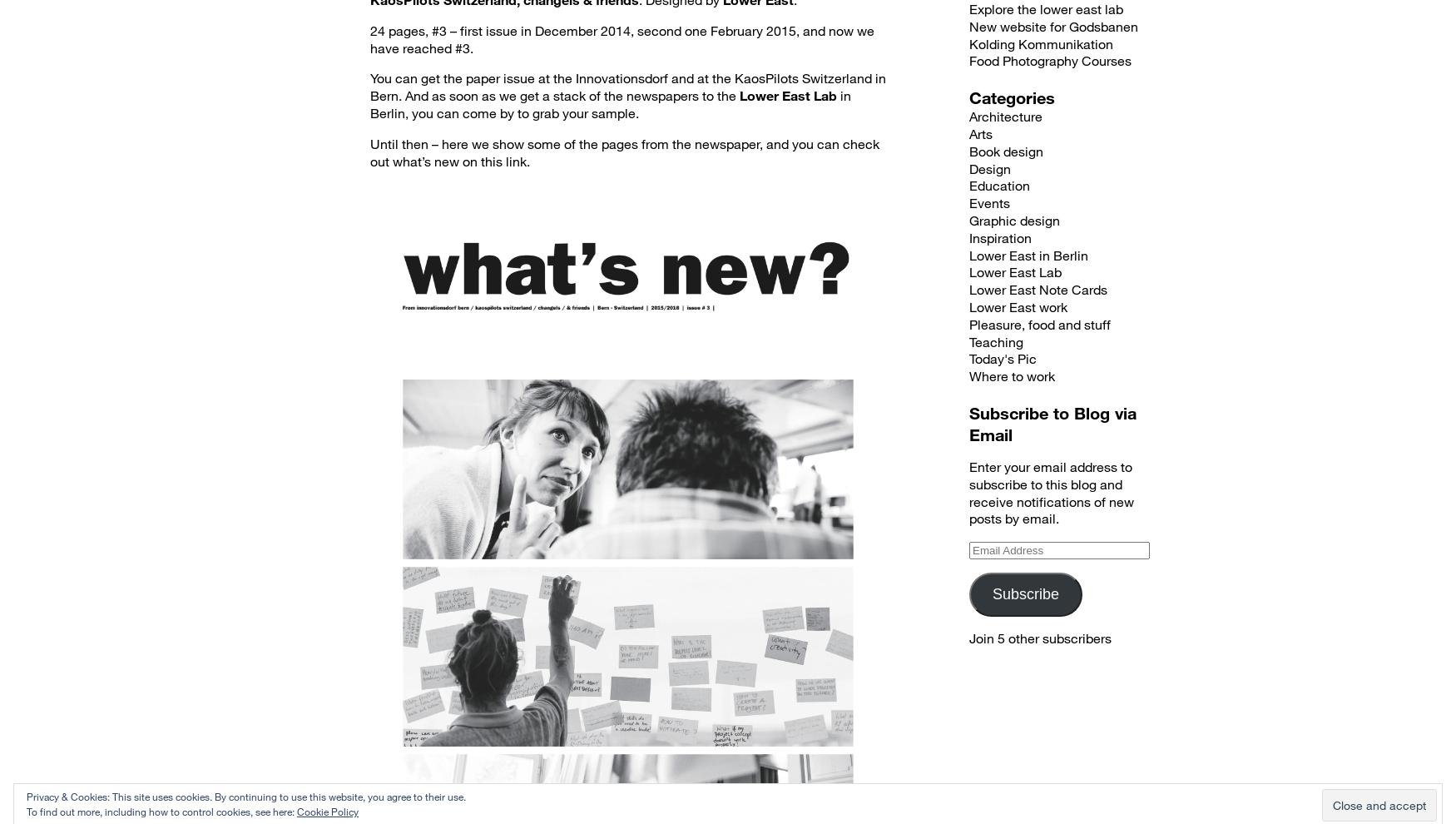 Image resolution: width=1456 pixels, height=824 pixels. Describe the element at coordinates (979, 133) in the screenshot. I see `'Arts'` at that location.